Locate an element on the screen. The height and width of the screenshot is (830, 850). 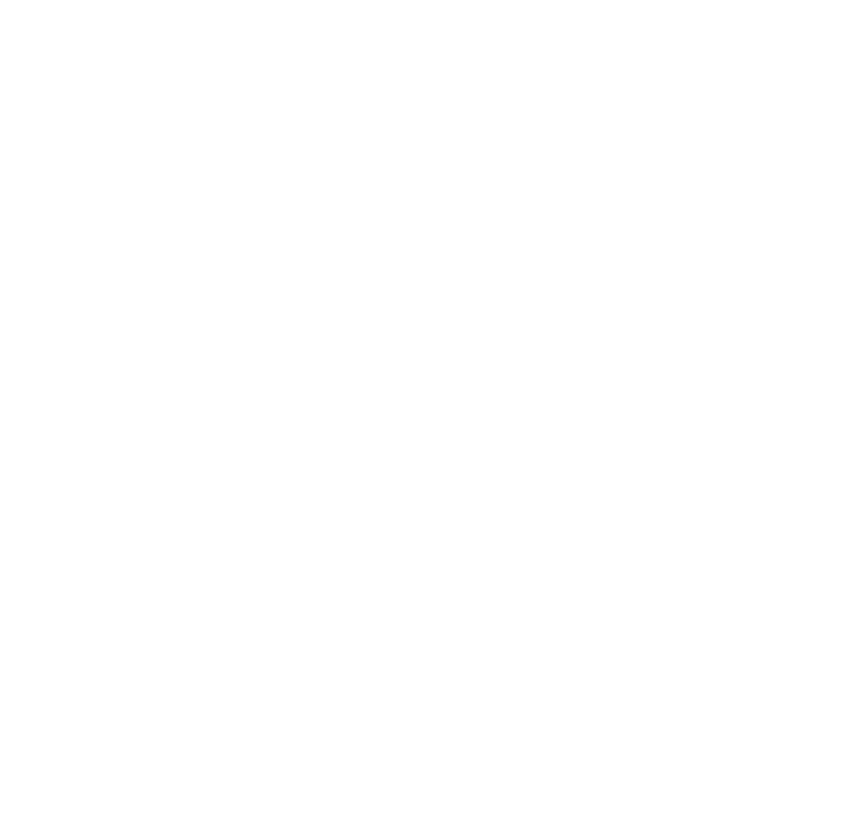
'The Beauty of Science is to Make Things Simple' is located at coordinates (424, 715).